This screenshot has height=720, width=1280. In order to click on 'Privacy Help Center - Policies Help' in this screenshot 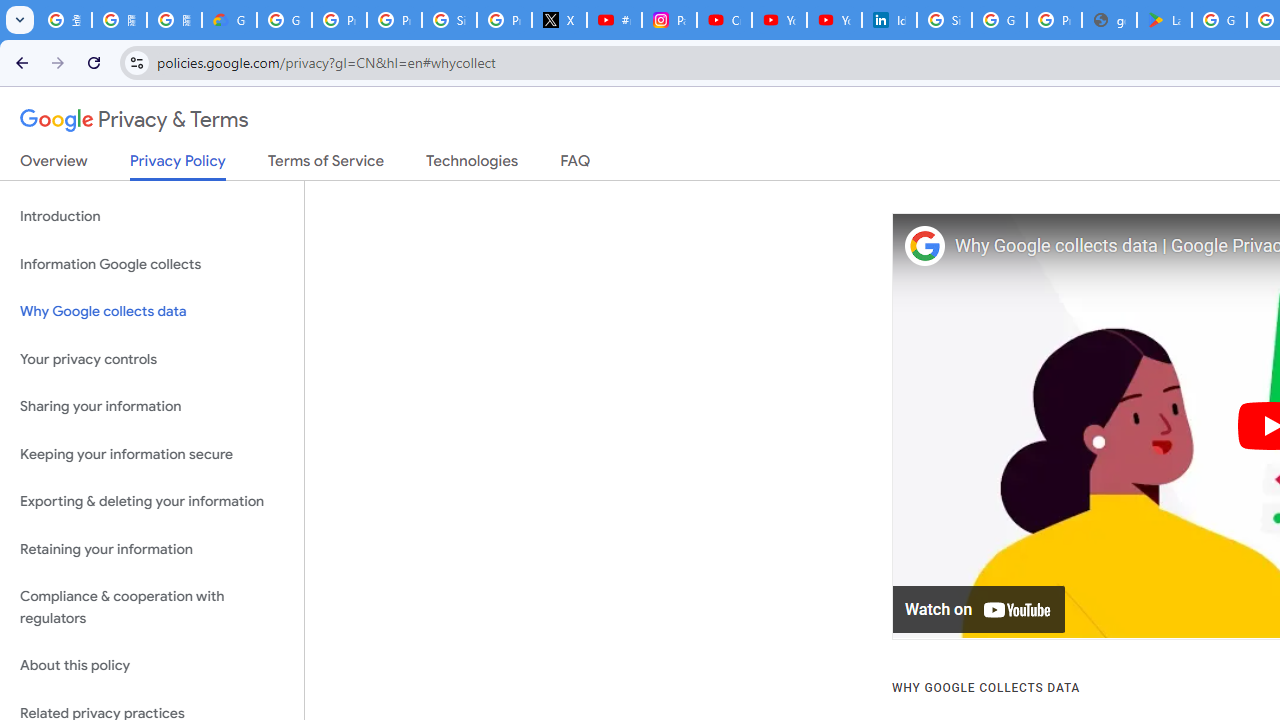, I will do `click(394, 20)`.